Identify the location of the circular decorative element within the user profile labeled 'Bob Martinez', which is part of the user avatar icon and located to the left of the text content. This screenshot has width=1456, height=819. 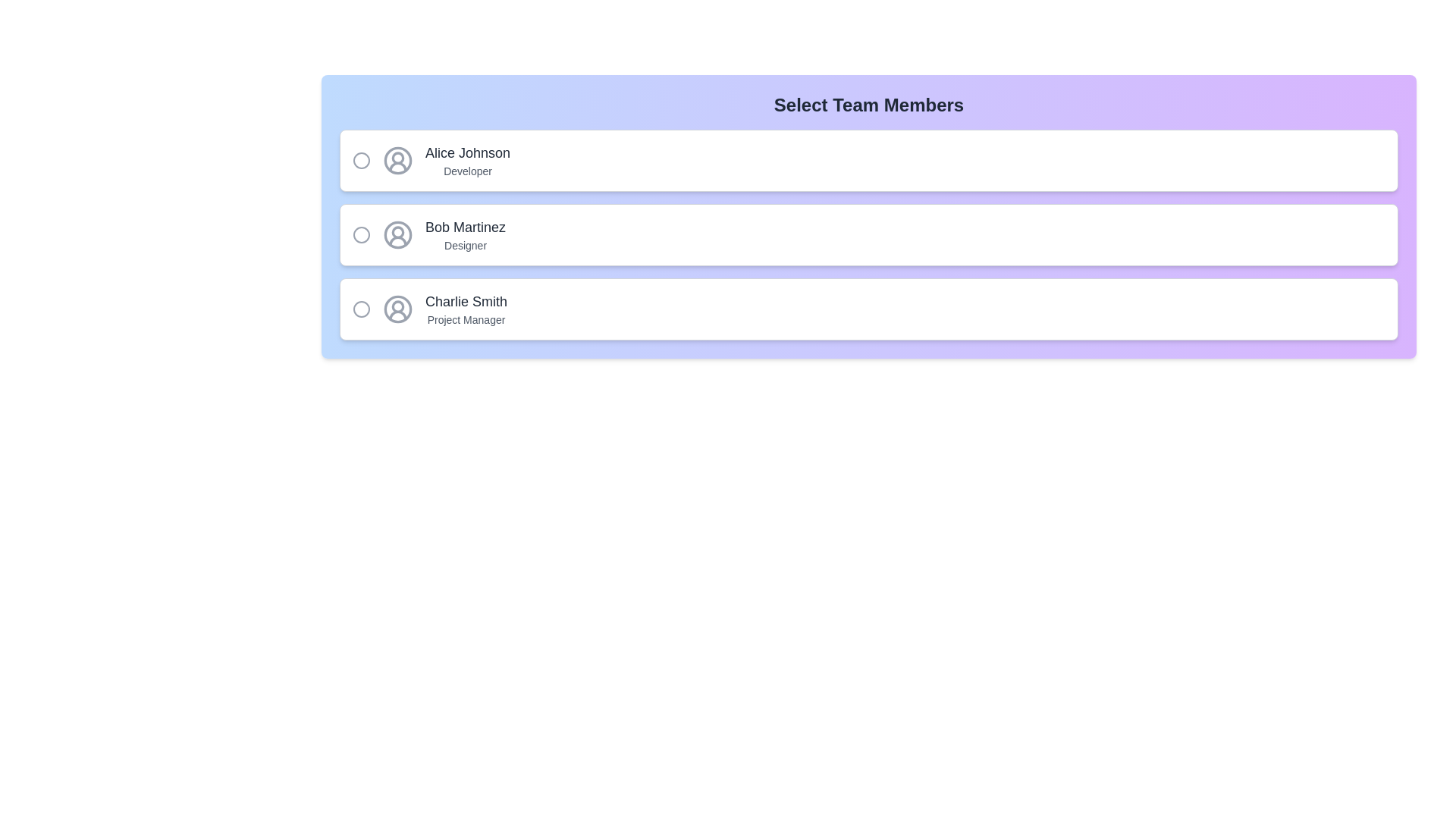
(397, 231).